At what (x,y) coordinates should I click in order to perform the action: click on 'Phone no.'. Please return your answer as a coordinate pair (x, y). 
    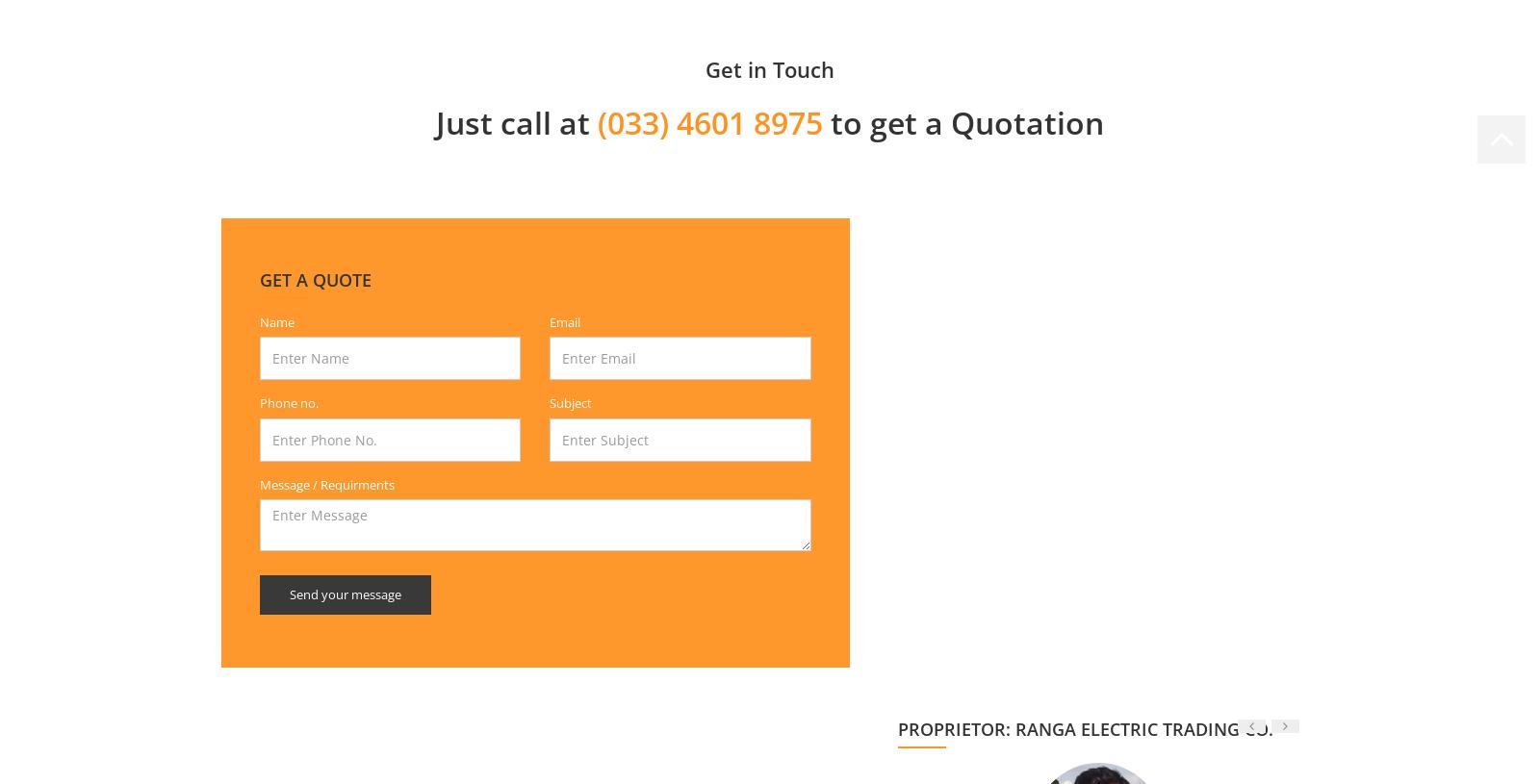
    Looking at the image, I should click on (289, 402).